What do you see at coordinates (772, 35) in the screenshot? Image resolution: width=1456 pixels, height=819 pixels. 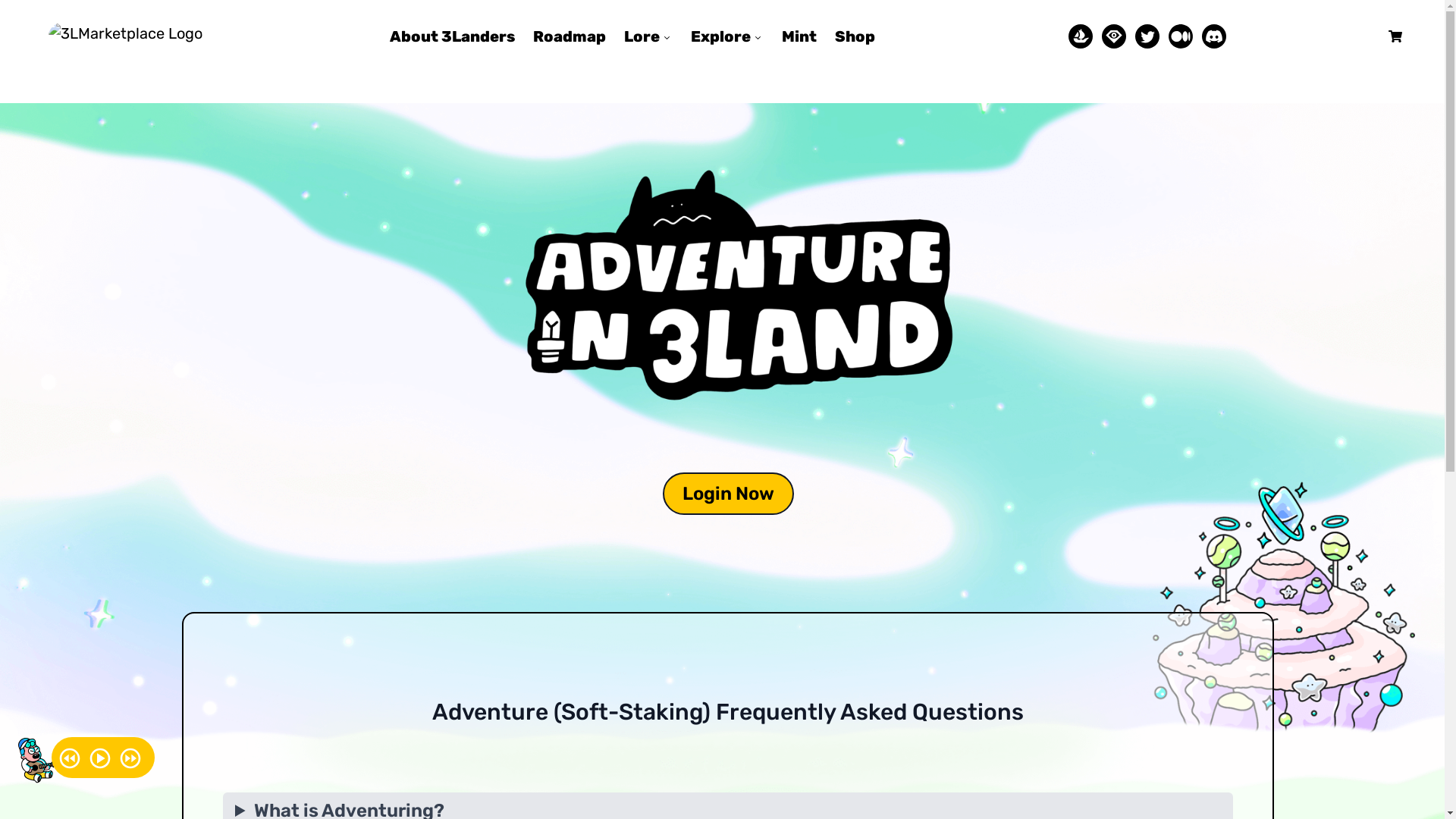 I see `'Mint'` at bounding box center [772, 35].